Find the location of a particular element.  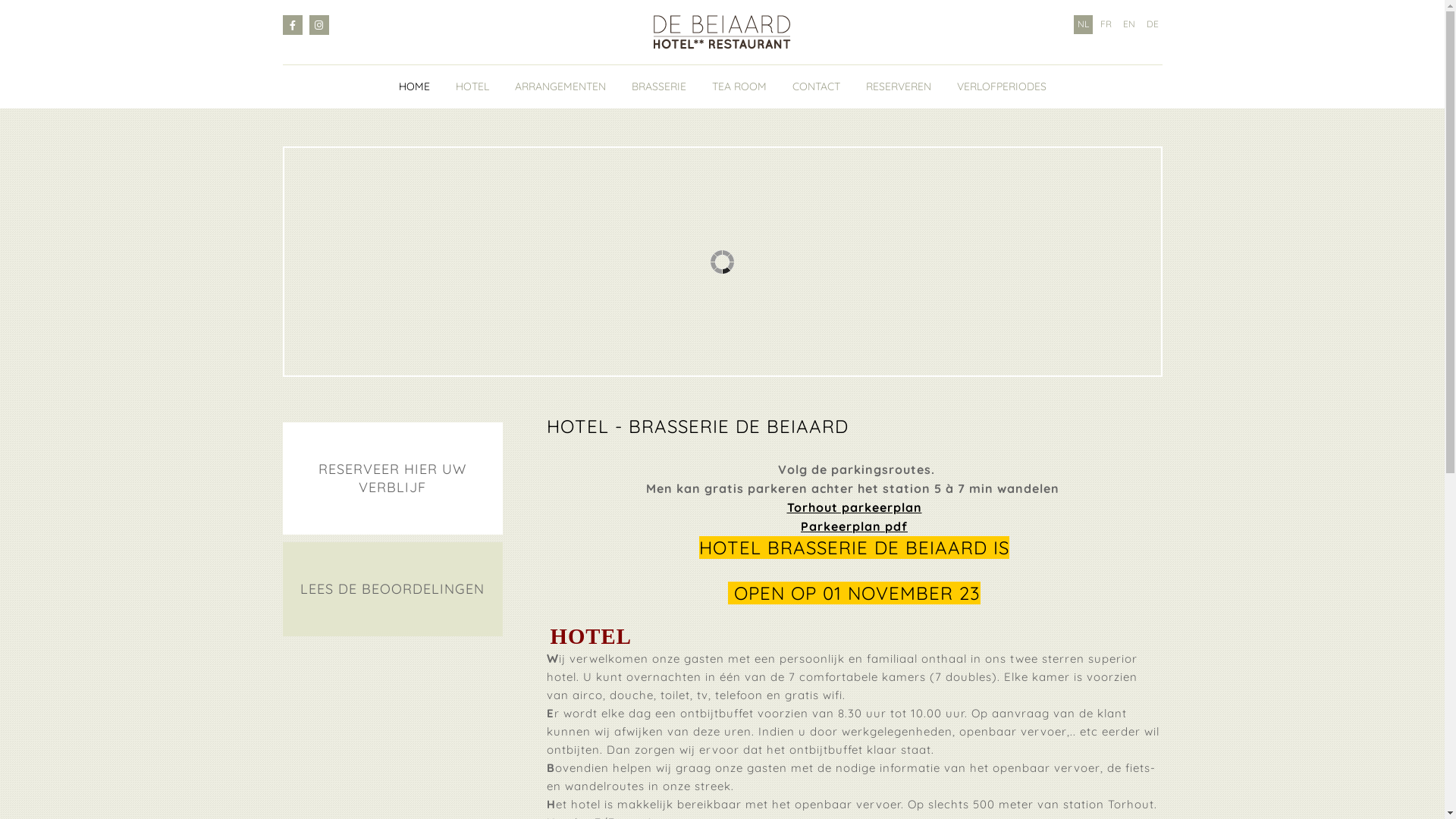

'FR' is located at coordinates (1096, 24).